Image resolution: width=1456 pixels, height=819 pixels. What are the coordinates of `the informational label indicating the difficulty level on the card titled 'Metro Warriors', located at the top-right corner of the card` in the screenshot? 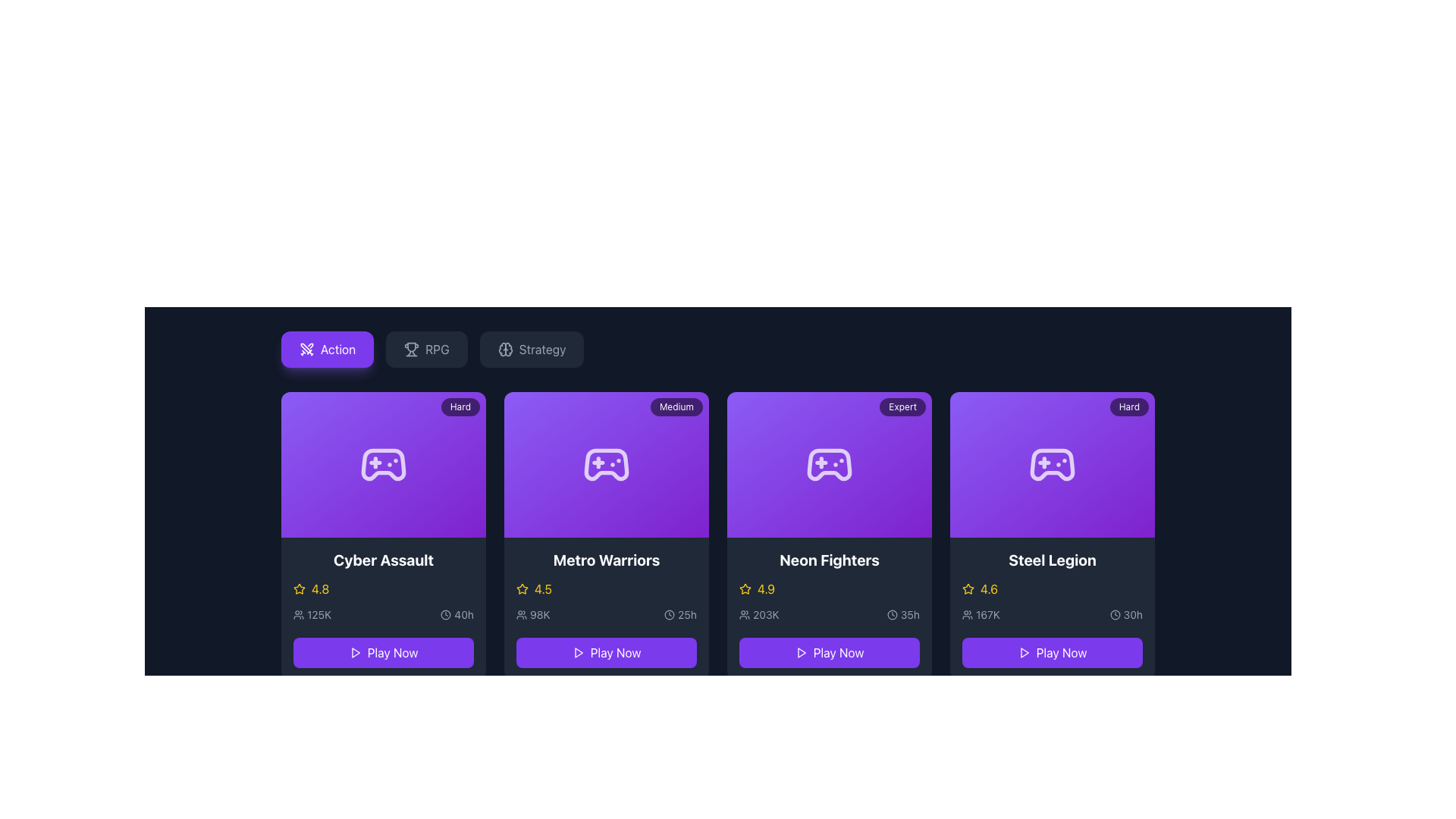 It's located at (676, 406).